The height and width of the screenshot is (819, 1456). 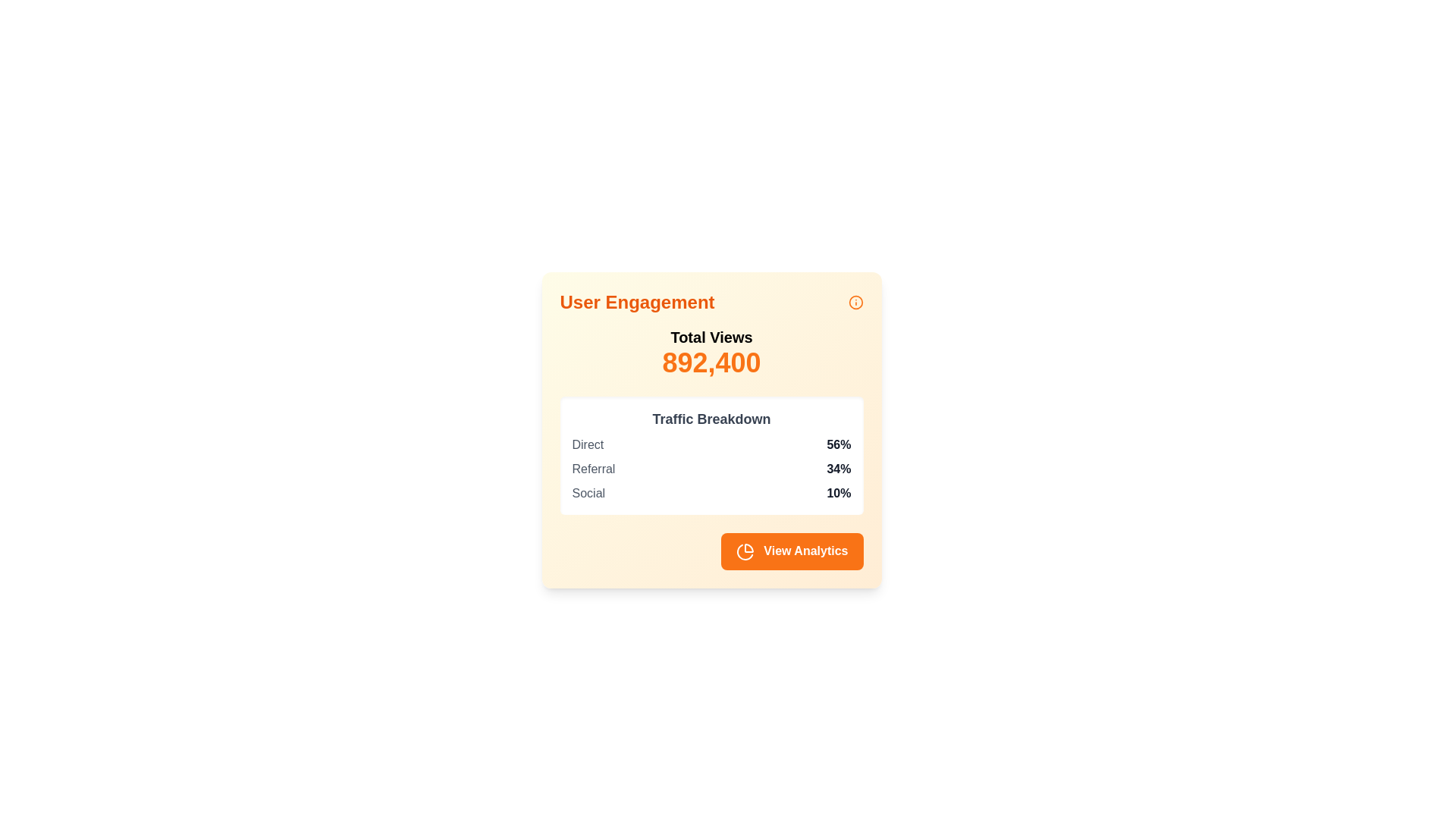 What do you see at coordinates (588, 494) in the screenshot?
I see `the 'Social' text label, which is a static label styled with a medium weight font and gray color, representing a traffic source in a structured list of user engagement metrics` at bounding box center [588, 494].